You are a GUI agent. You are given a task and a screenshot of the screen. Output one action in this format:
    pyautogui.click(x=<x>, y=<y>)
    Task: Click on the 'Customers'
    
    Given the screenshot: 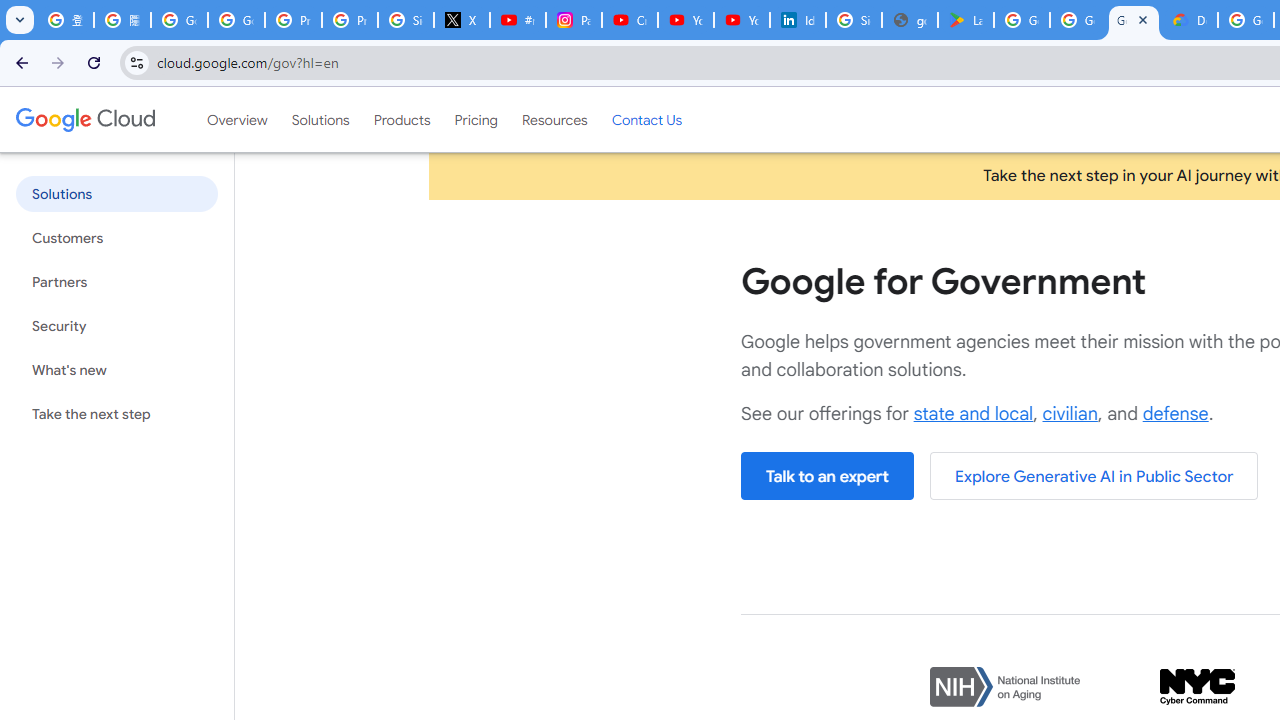 What is the action you would take?
    pyautogui.click(x=115, y=237)
    